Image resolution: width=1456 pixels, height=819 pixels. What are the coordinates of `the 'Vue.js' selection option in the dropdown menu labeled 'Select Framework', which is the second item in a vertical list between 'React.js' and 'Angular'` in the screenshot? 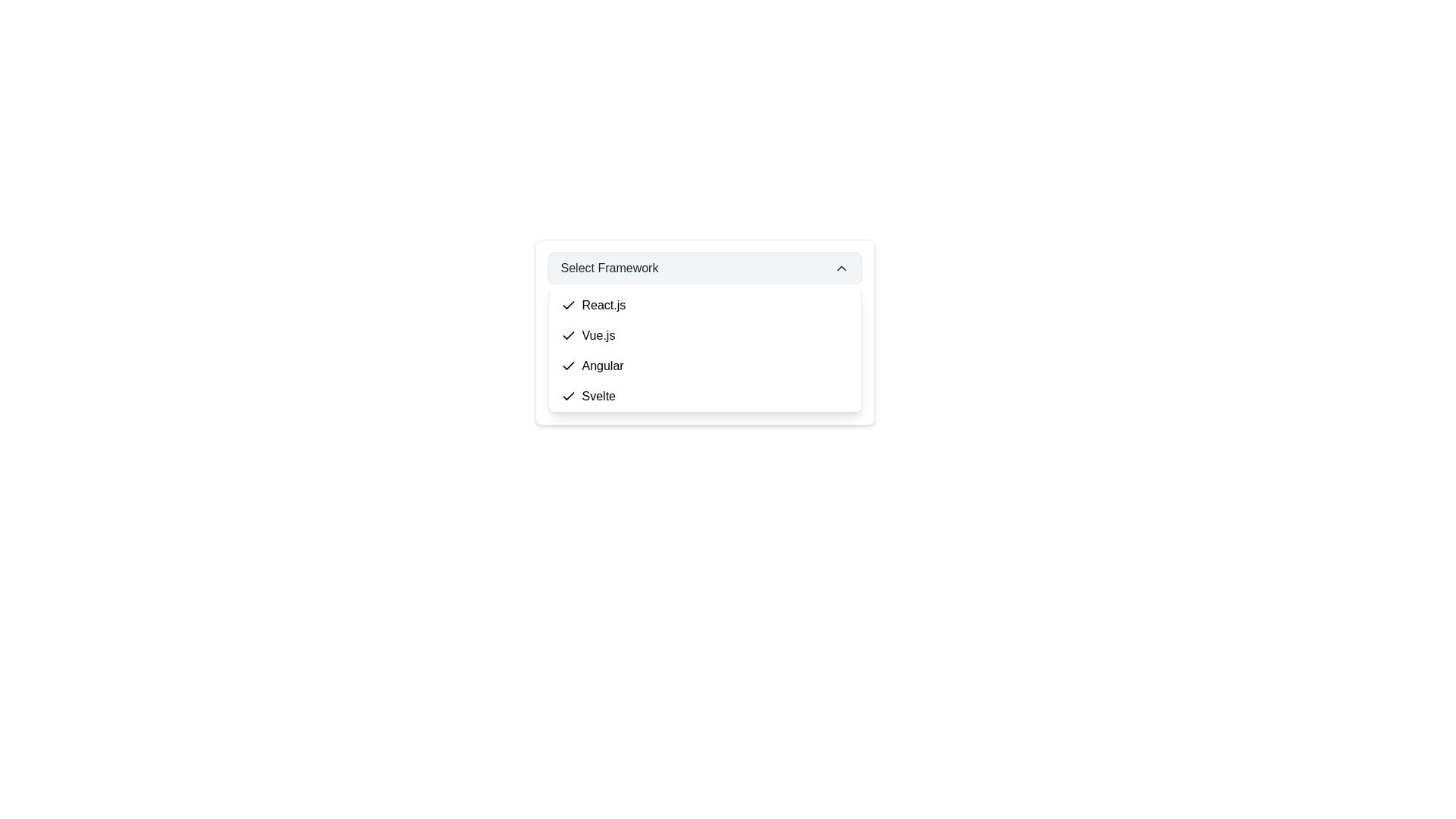 It's located at (598, 335).